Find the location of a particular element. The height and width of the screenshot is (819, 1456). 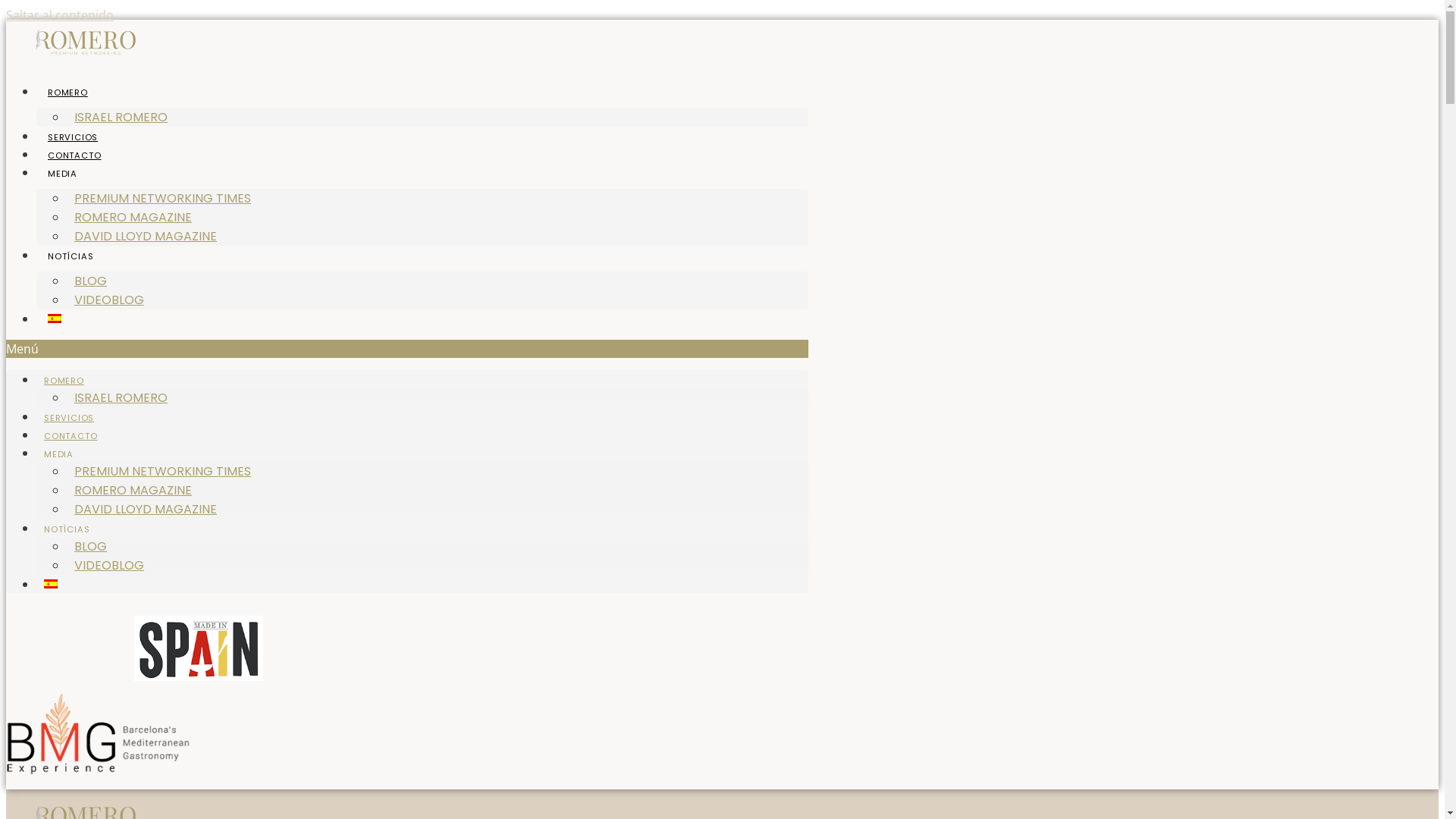

'ROMERO' is located at coordinates (36, 93).